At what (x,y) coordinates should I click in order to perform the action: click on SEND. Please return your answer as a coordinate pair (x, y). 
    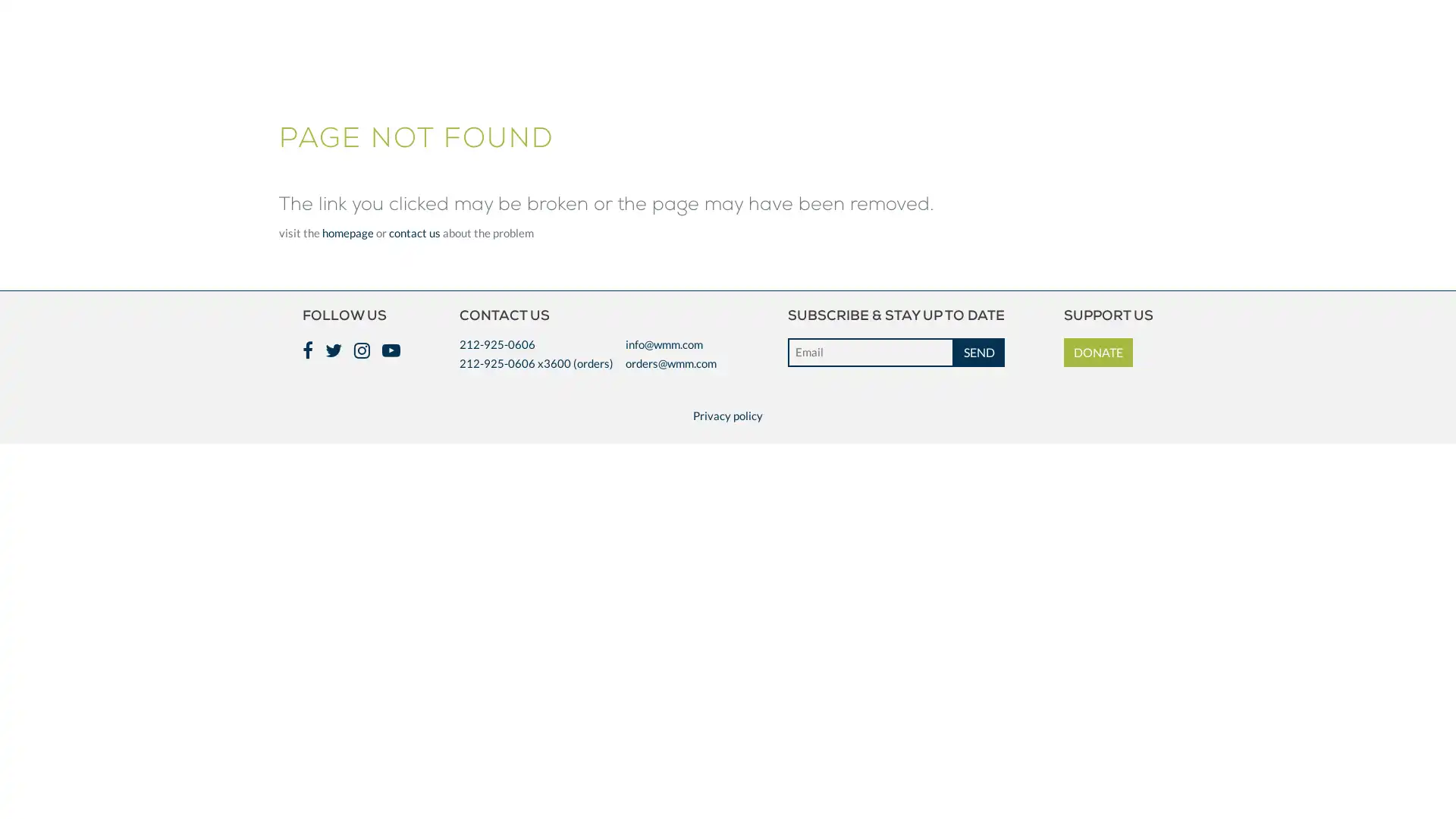
    Looking at the image, I should click on (979, 377).